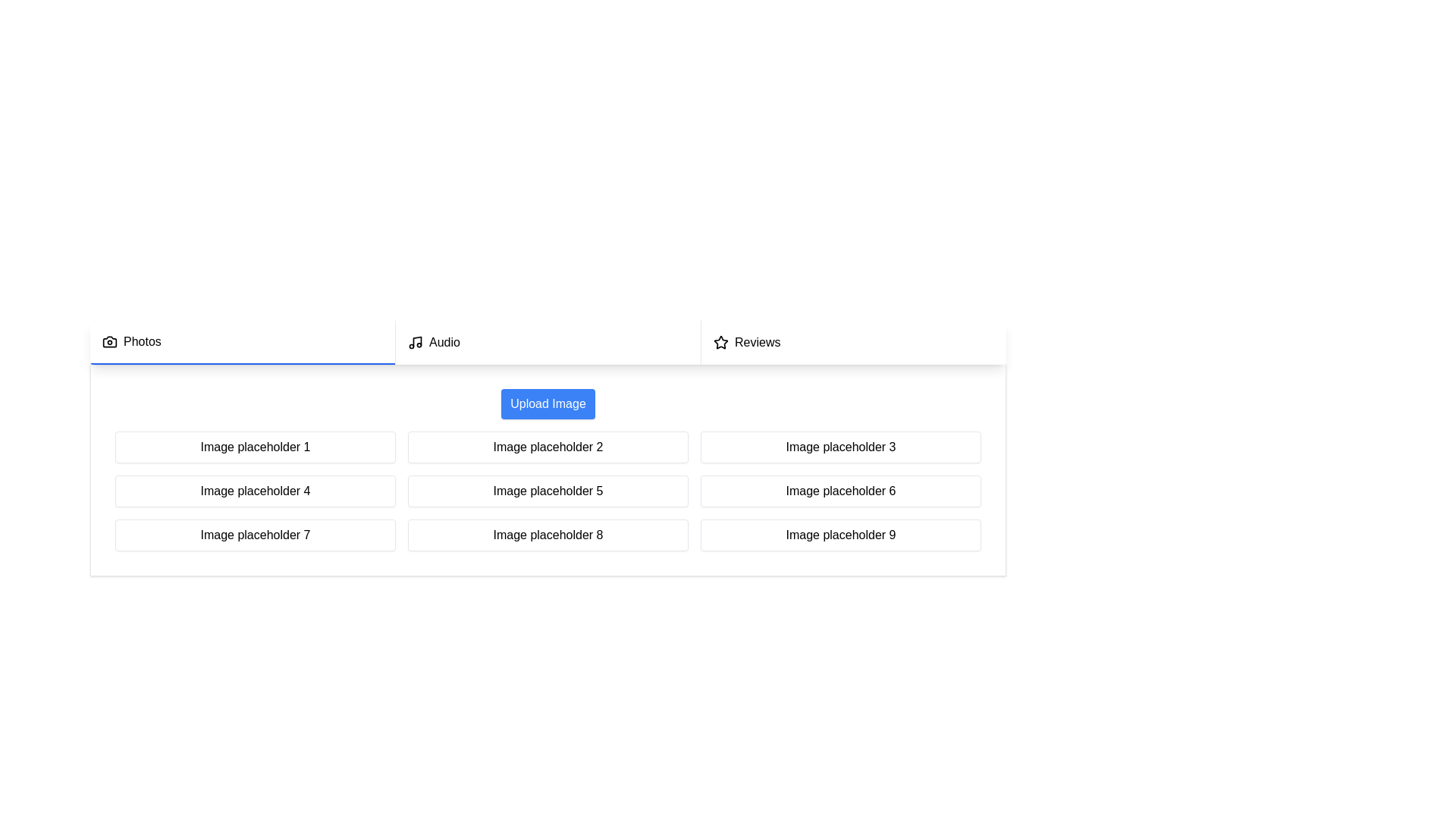  I want to click on the Photos tab in the navigation bar, so click(243, 342).